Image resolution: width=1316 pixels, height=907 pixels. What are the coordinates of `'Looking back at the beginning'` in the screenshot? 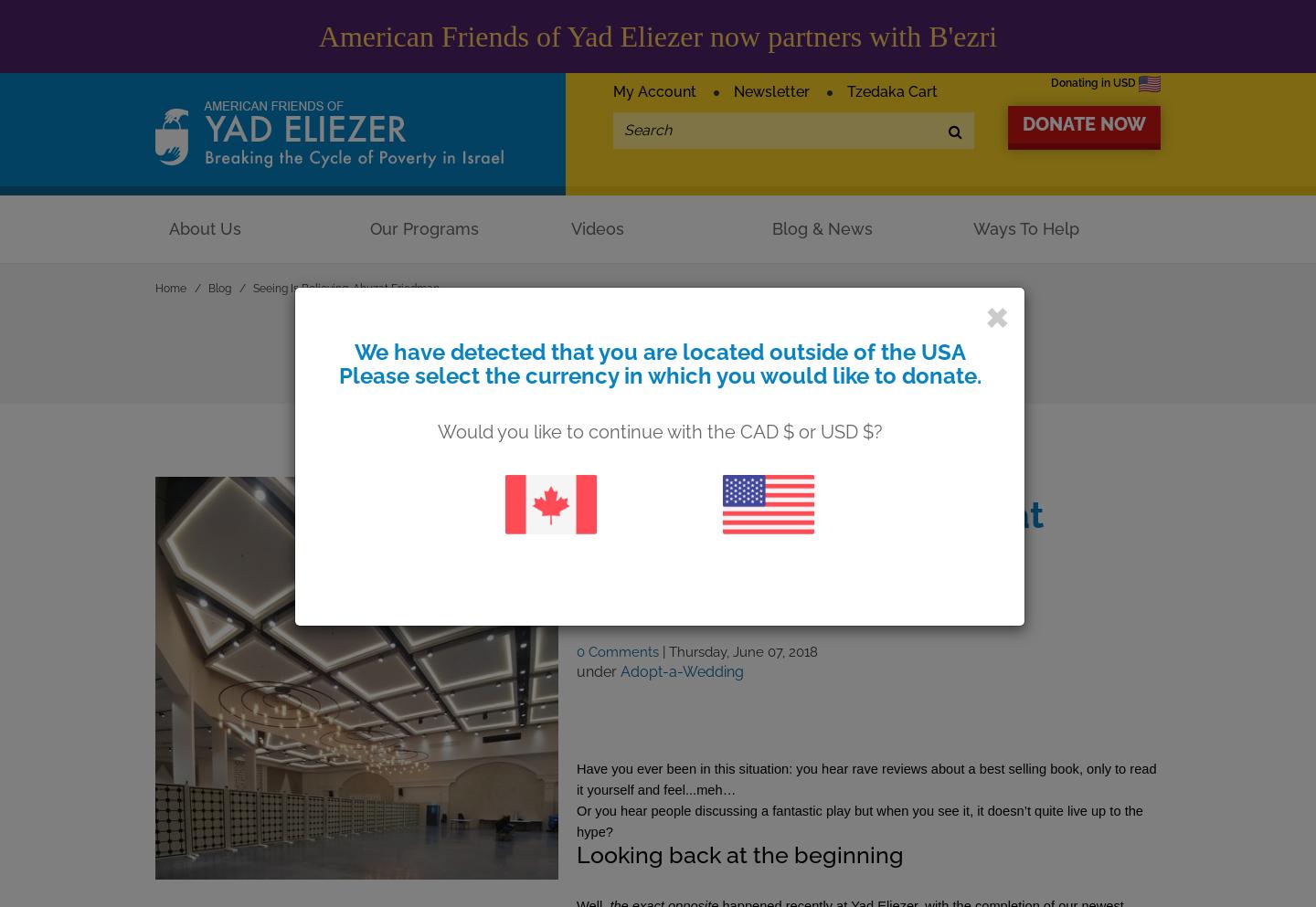 It's located at (740, 853).